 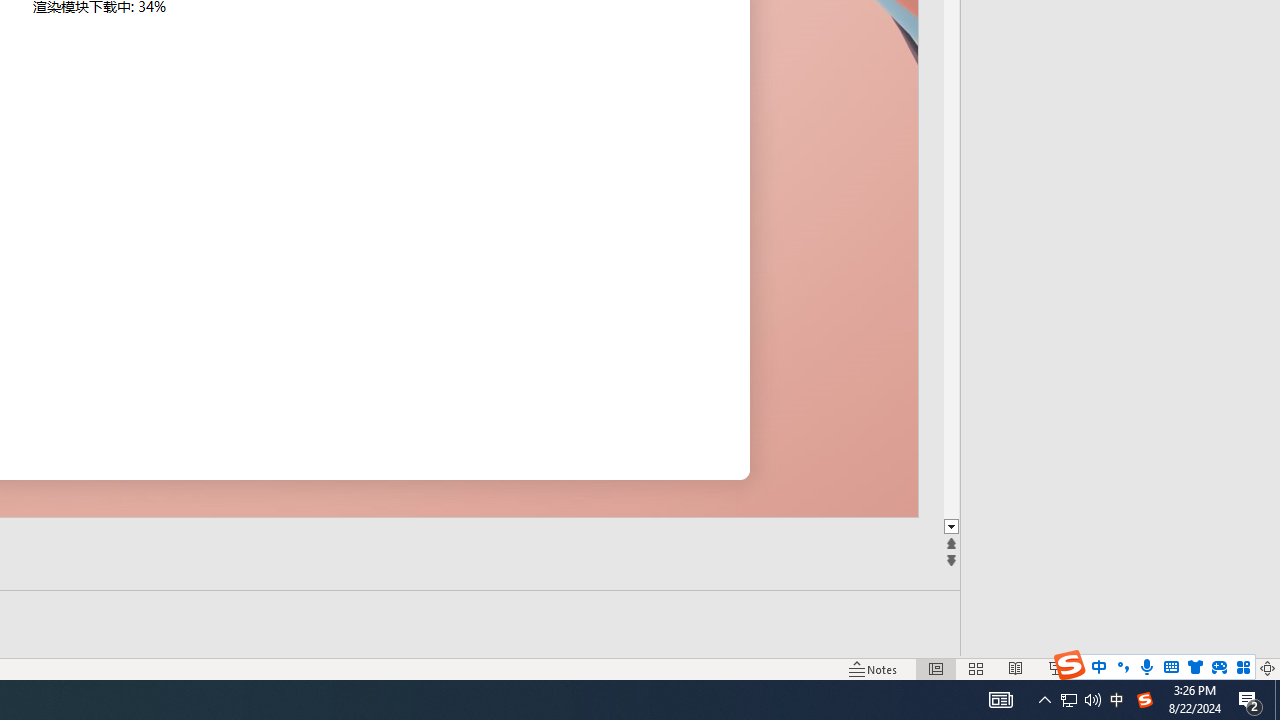 I want to click on 'Zoom 140%', so click(x=1233, y=669).